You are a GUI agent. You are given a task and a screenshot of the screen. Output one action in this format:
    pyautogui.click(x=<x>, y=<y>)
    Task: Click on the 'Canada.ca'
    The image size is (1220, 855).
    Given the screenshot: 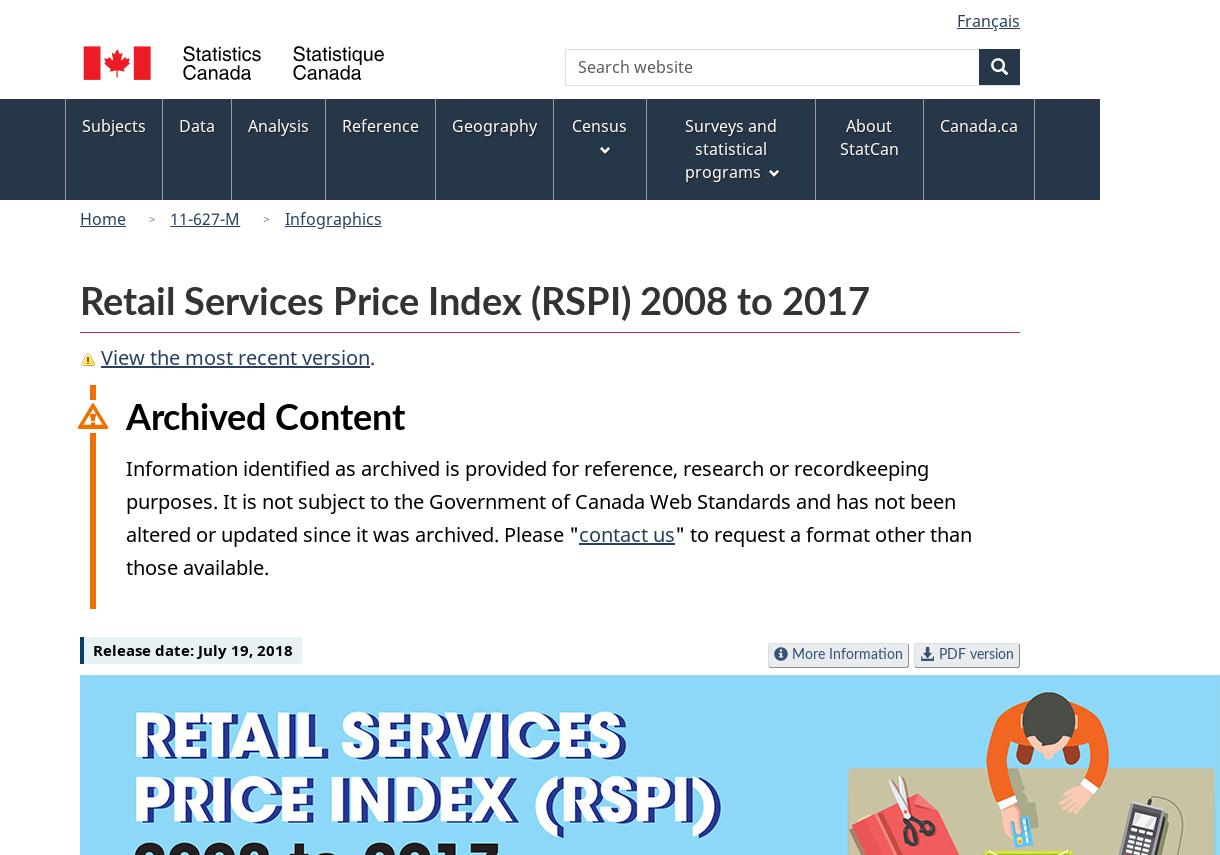 What is the action you would take?
    pyautogui.click(x=976, y=124)
    